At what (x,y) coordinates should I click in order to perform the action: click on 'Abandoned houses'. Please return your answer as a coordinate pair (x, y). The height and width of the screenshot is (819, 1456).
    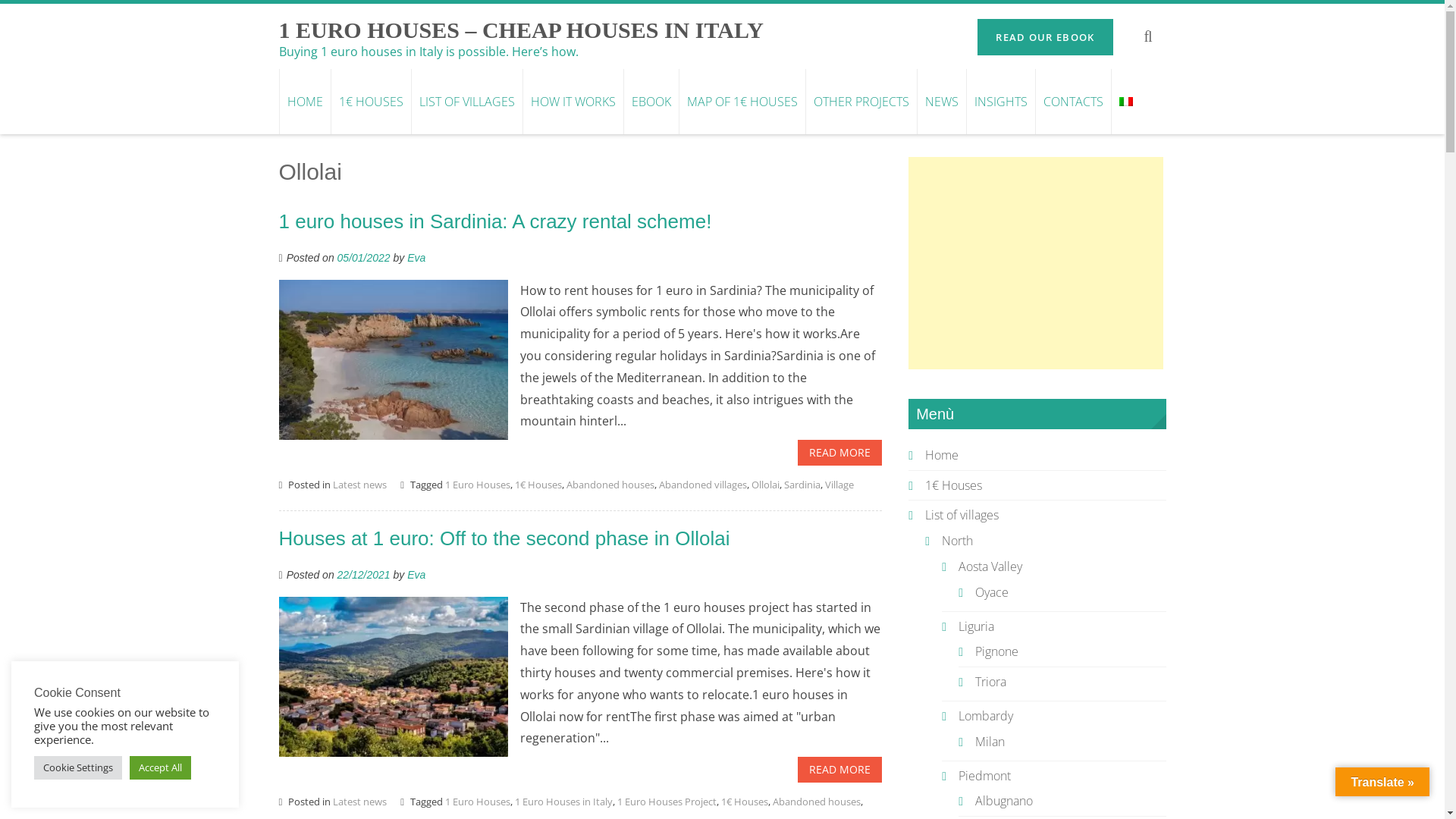
    Looking at the image, I should click on (610, 485).